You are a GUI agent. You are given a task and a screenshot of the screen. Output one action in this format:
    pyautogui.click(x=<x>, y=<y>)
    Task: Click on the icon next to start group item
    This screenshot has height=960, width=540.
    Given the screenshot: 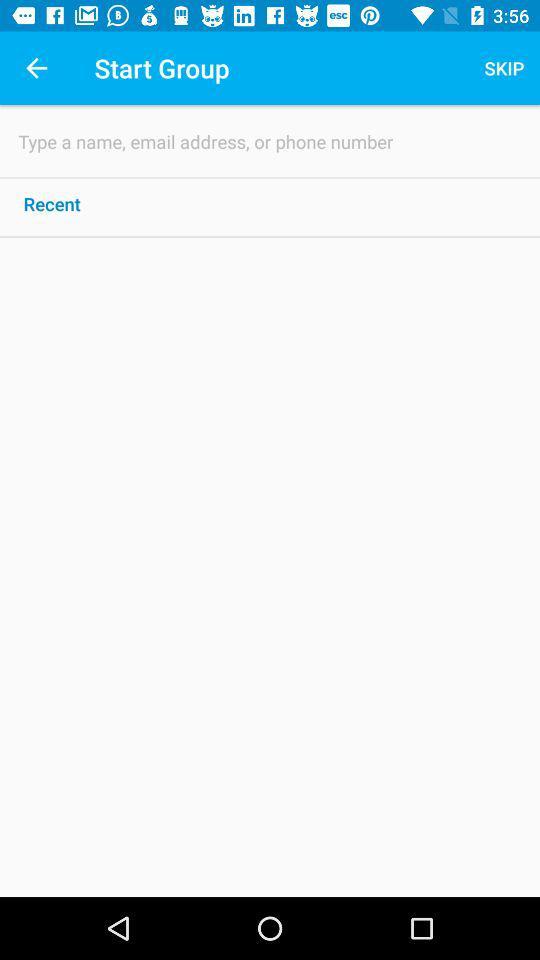 What is the action you would take?
    pyautogui.click(x=36, y=68)
    